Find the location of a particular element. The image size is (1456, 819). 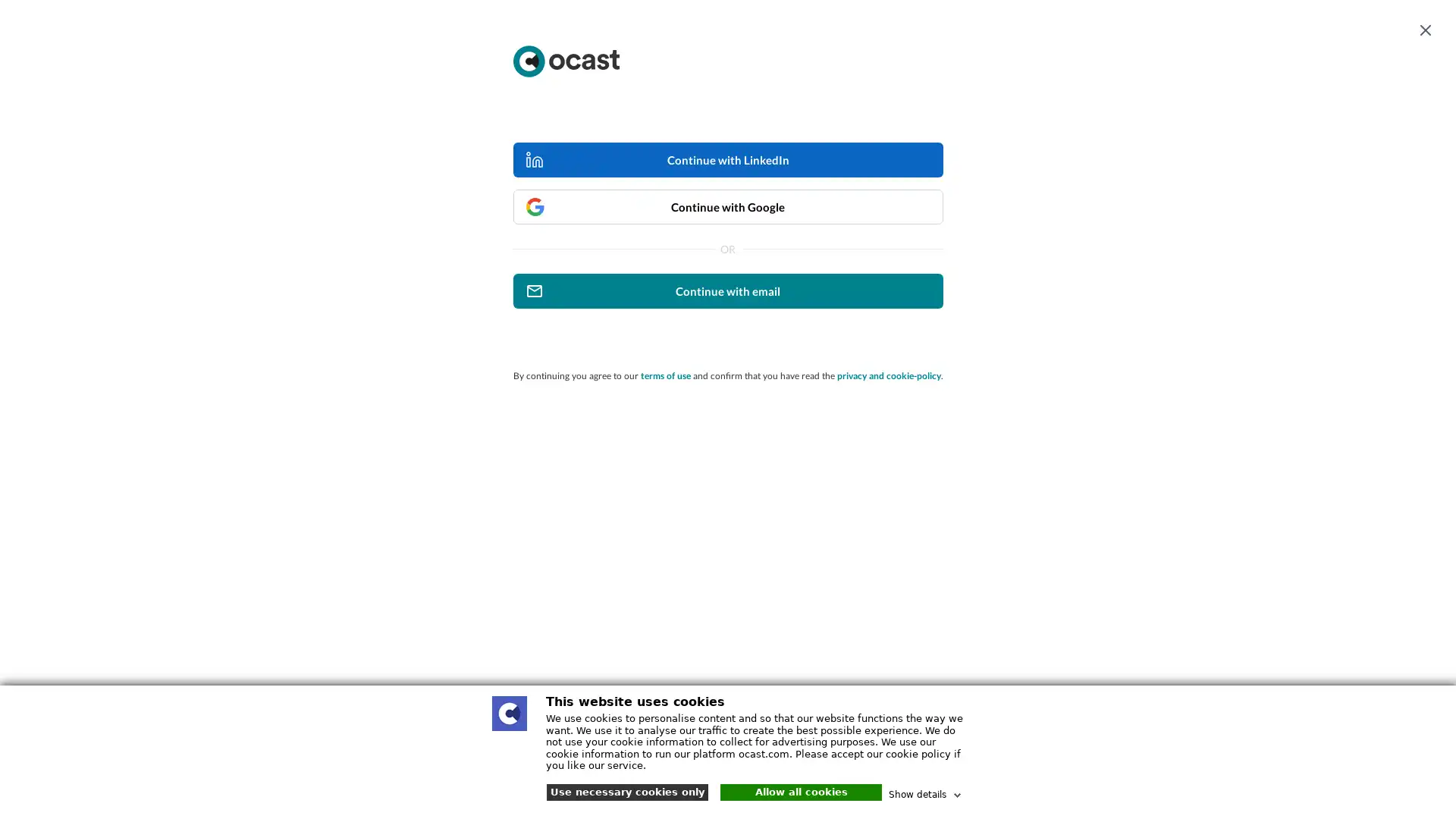

Continue with email is located at coordinates (726, 291).